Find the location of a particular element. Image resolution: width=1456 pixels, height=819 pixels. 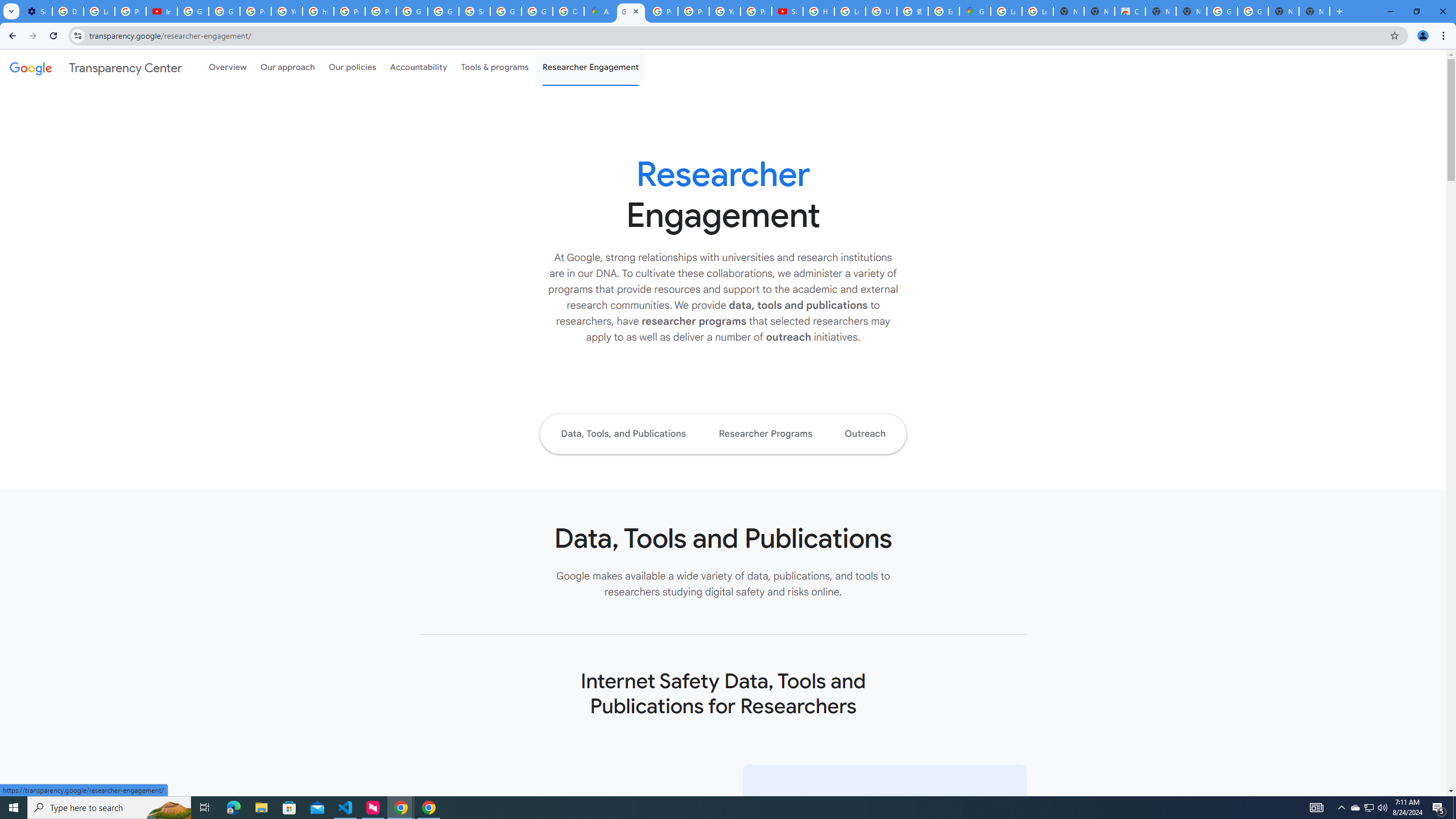

'Google Images' is located at coordinates (1222, 11).